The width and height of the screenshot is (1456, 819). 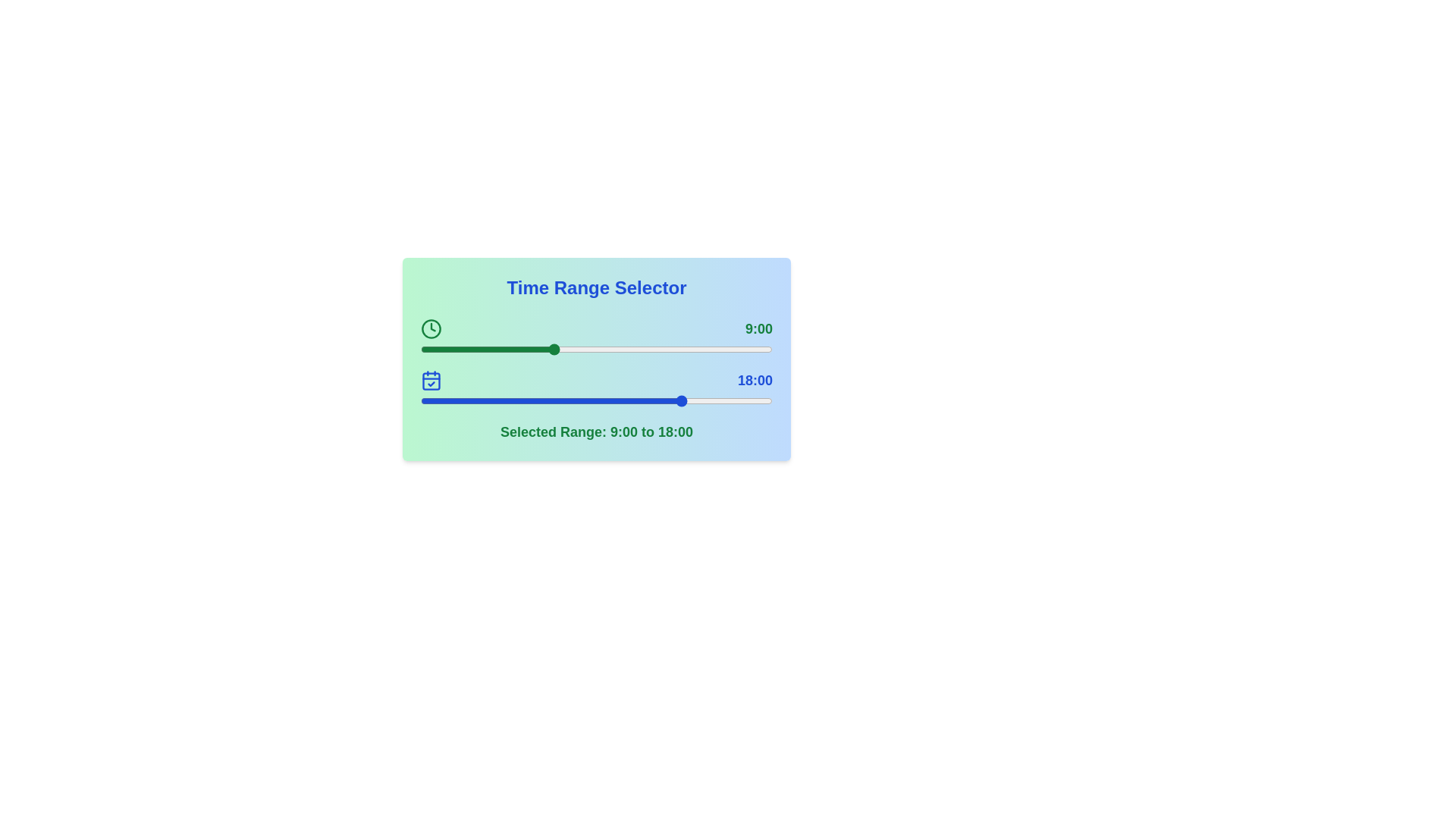 What do you see at coordinates (669, 400) in the screenshot?
I see `the time` at bounding box center [669, 400].